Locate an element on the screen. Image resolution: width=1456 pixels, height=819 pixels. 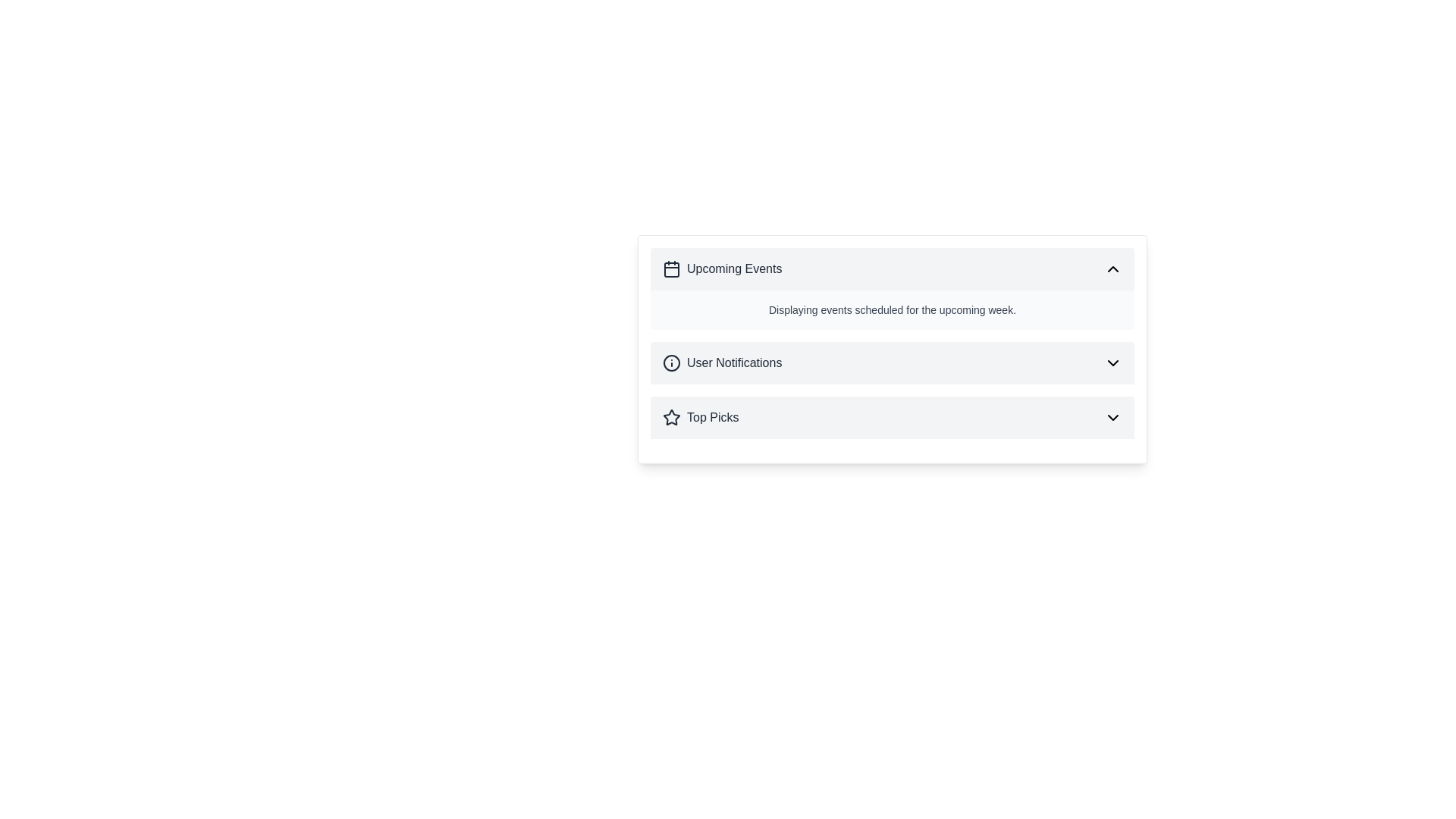
text label displaying 'User Notifications', which is styled with medium font size and positioned next to an information icon is located at coordinates (734, 362).